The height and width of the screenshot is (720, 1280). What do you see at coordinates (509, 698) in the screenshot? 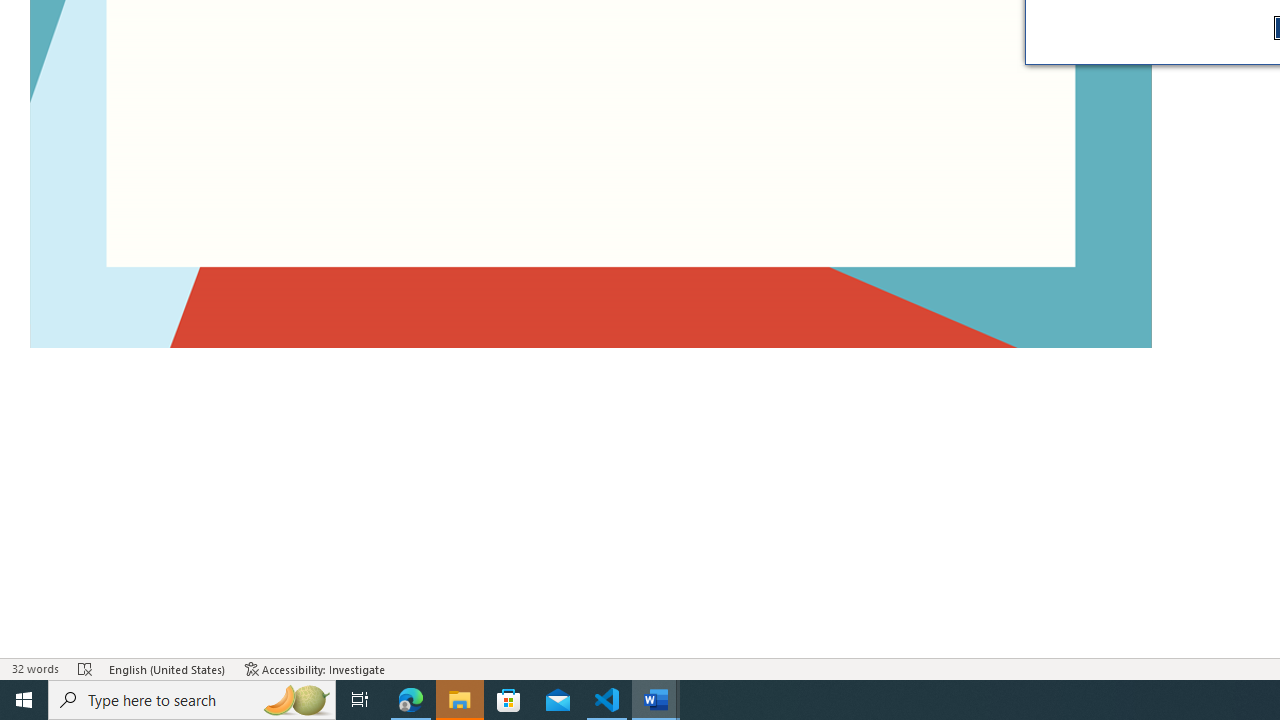
I see `'Microsoft Store'` at bounding box center [509, 698].